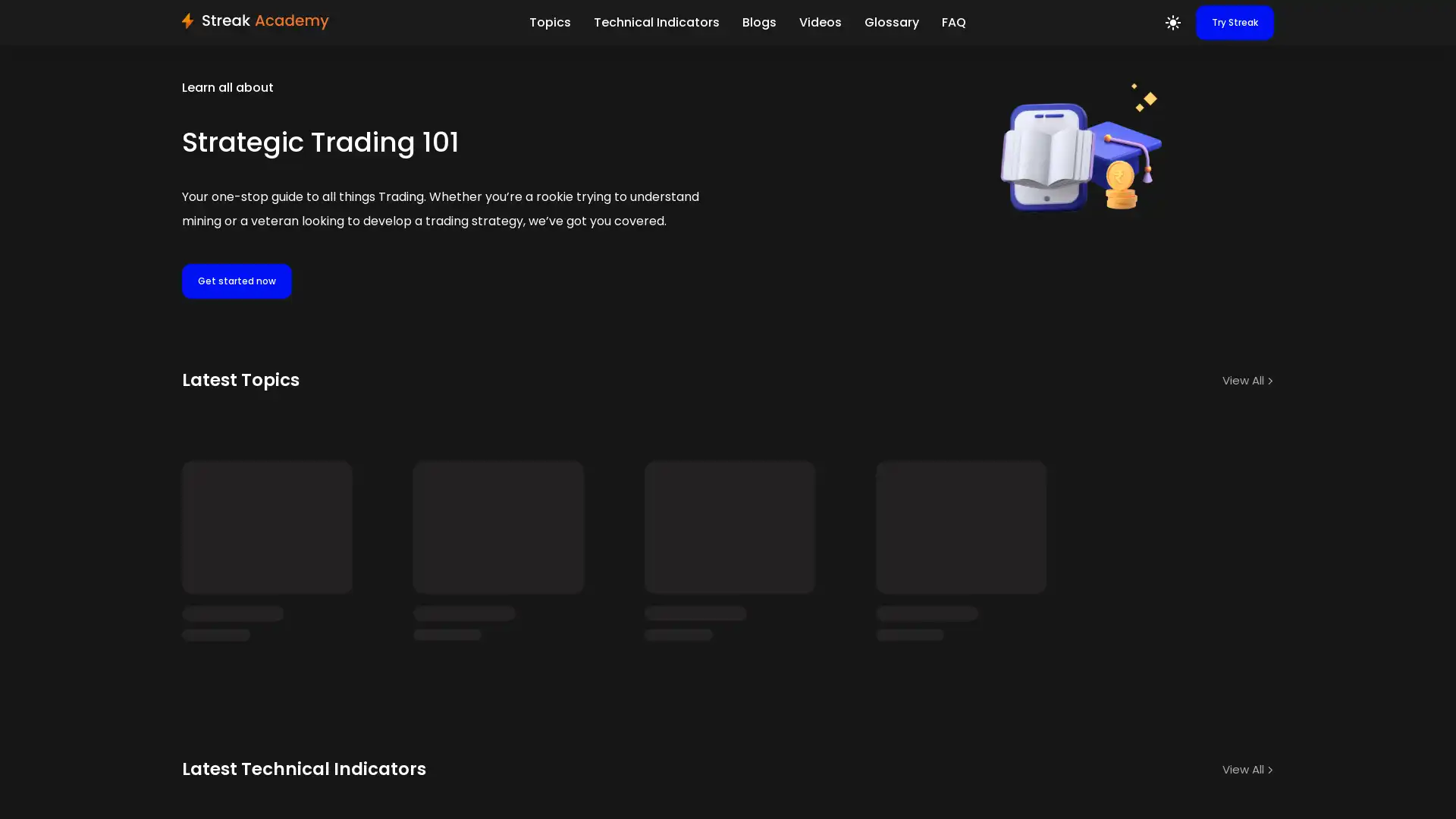  What do you see at coordinates (1248, 747) in the screenshot?
I see `View All` at bounding box center [1248, 747].